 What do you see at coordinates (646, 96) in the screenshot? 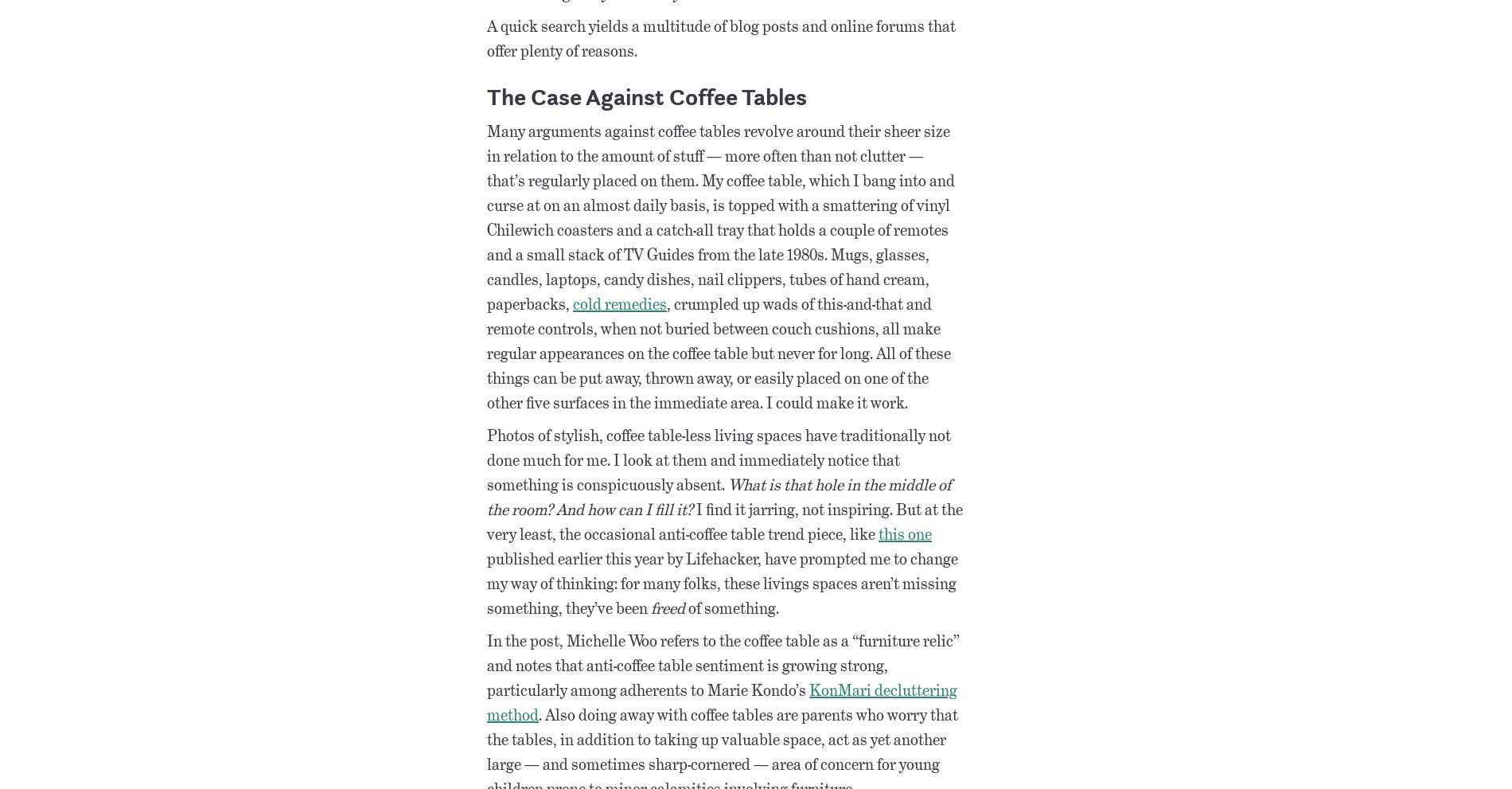
I see `'The Case Against Coffee Tables'` at bounding box center [646, 96].